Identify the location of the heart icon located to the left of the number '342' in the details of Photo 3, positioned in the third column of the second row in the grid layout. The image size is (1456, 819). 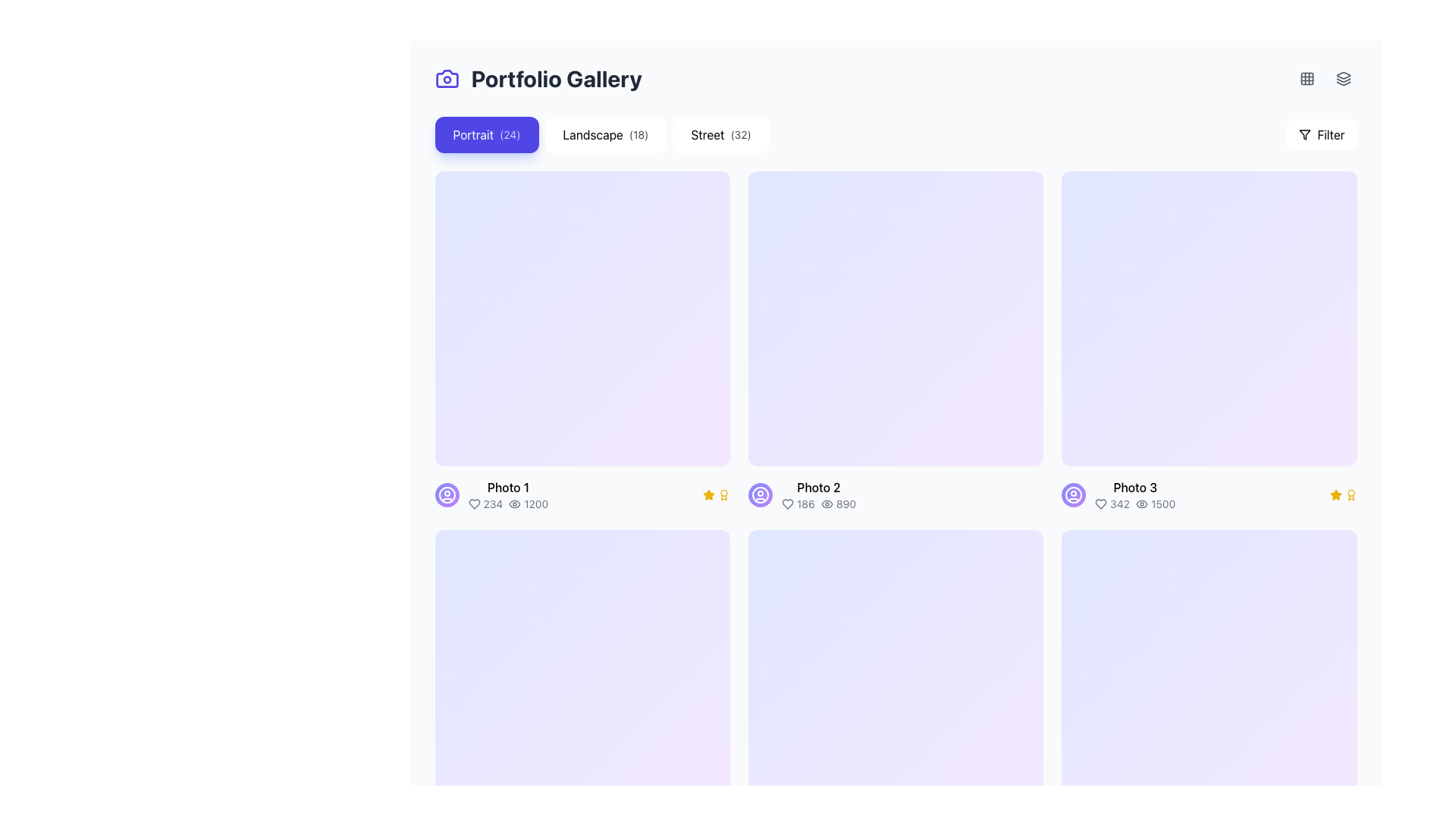
(1101, 504).